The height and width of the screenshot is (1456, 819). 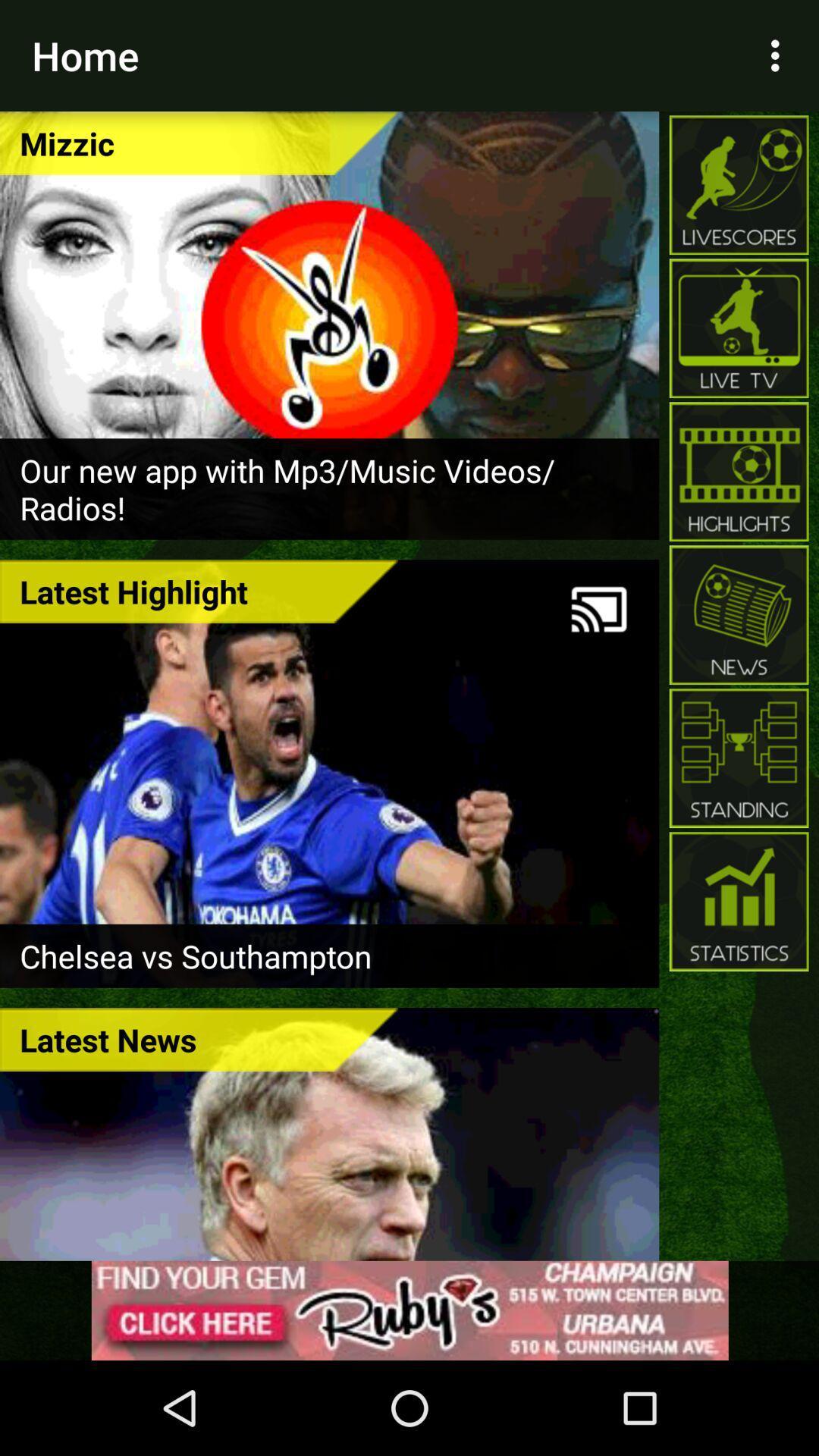 I want to click on the icon below home icon, so click(x=198, y=143).